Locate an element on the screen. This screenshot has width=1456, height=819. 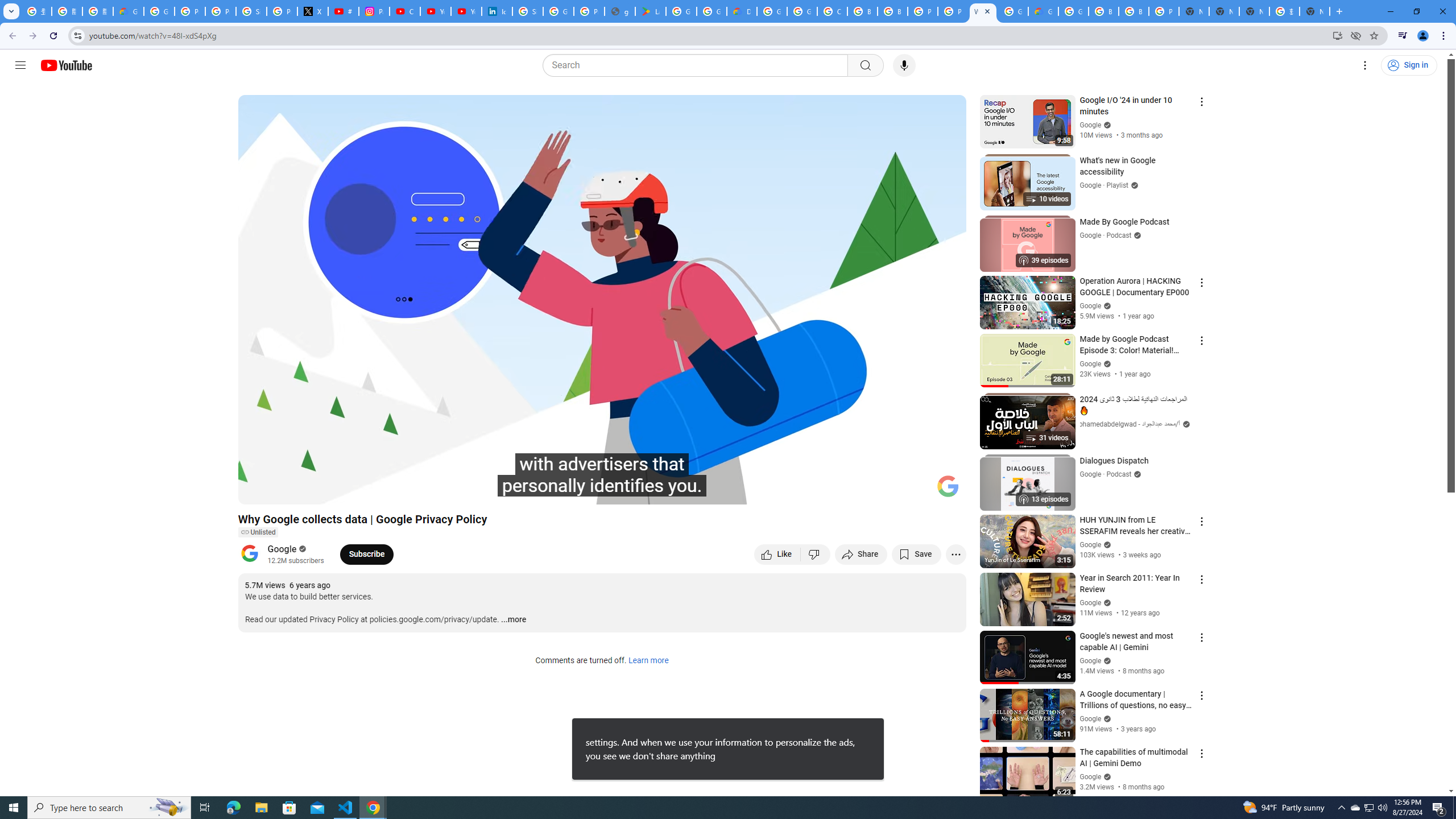
'YouTube Home' is located at coordinates (65, 65).